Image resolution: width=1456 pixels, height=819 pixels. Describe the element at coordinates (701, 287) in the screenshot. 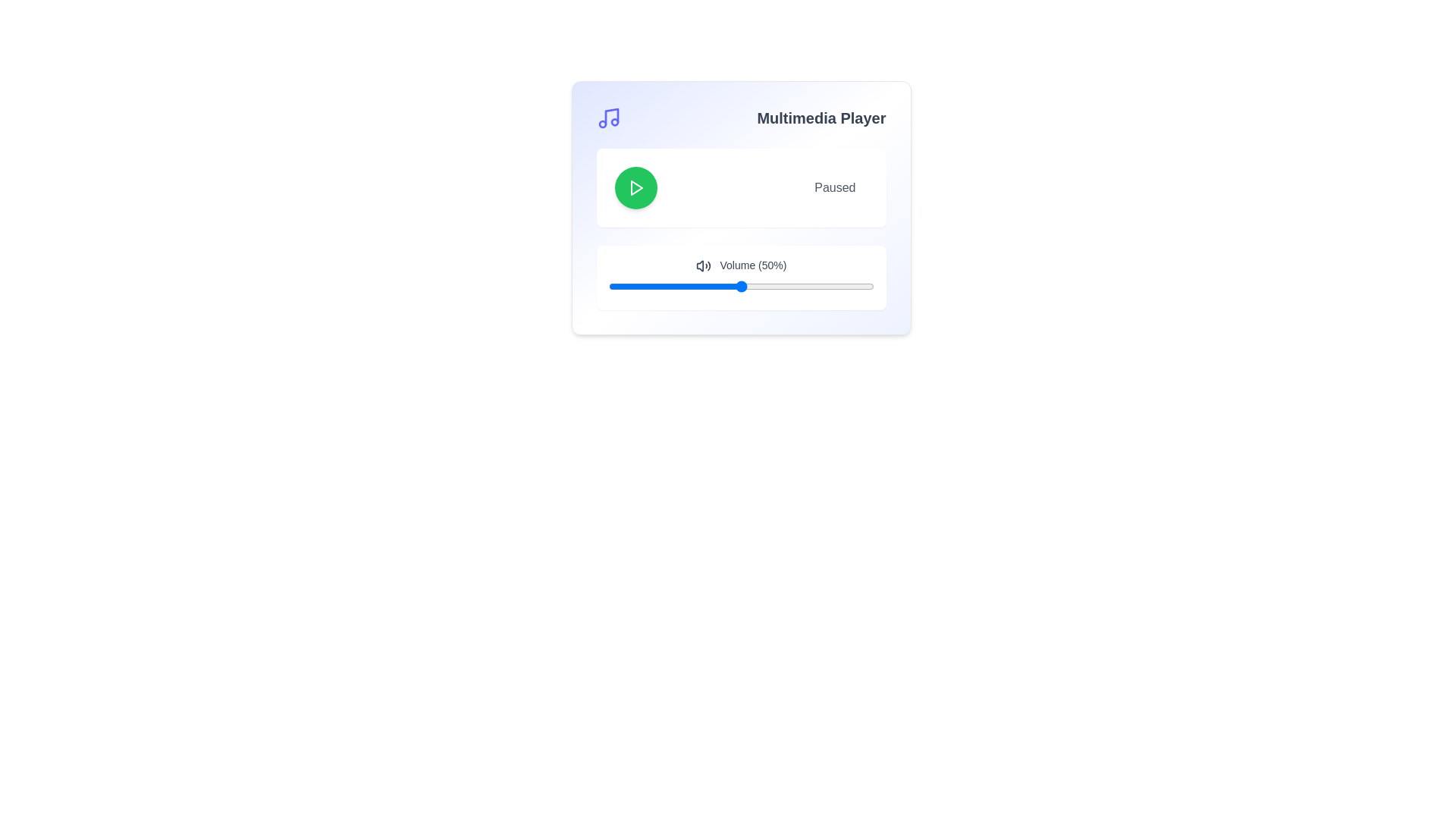

I see `the volume slider` at that location.